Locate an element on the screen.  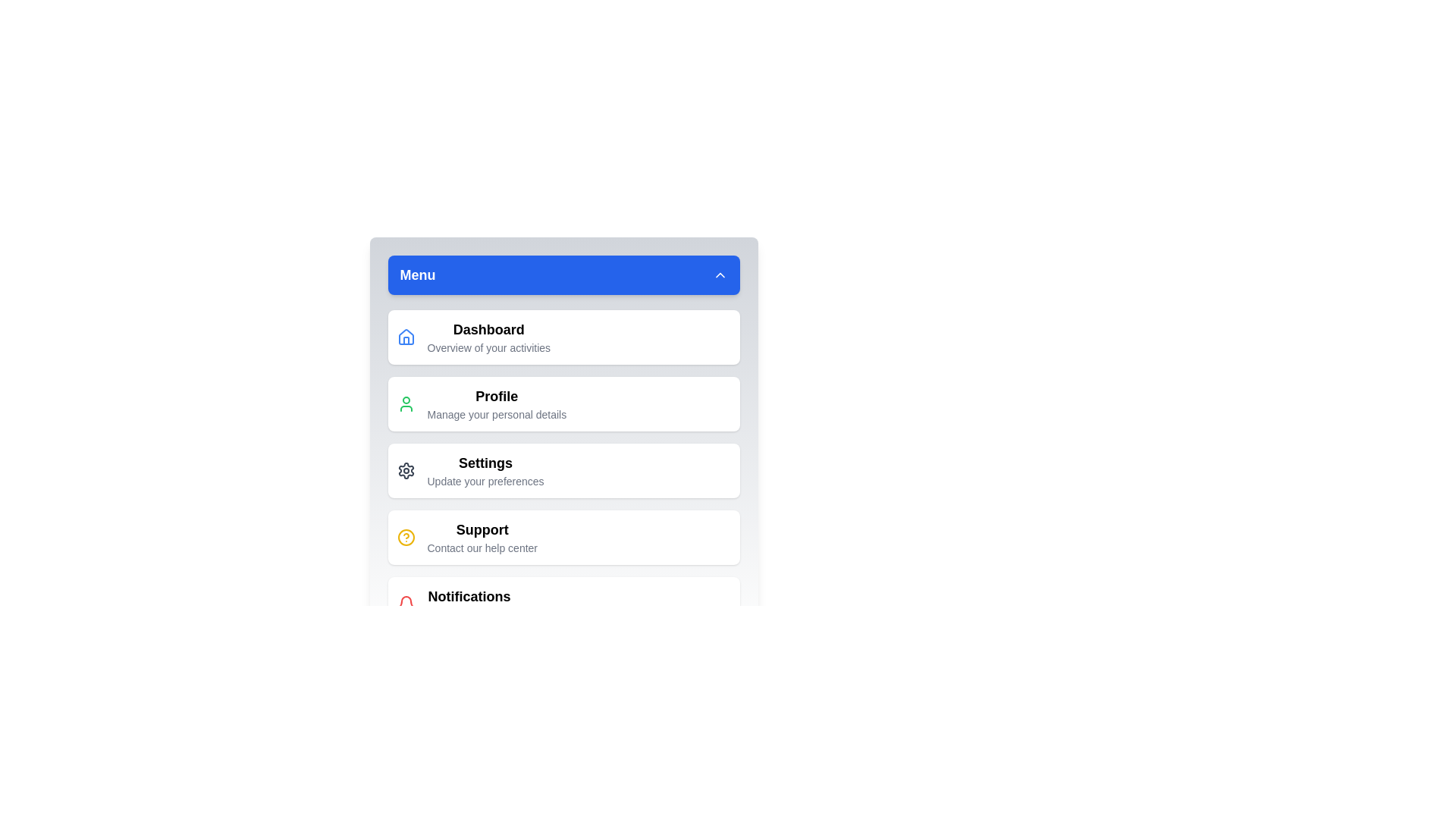
the help icon located at the leftmost position within the 'Support' menu item is located at coordinates (406, 537).